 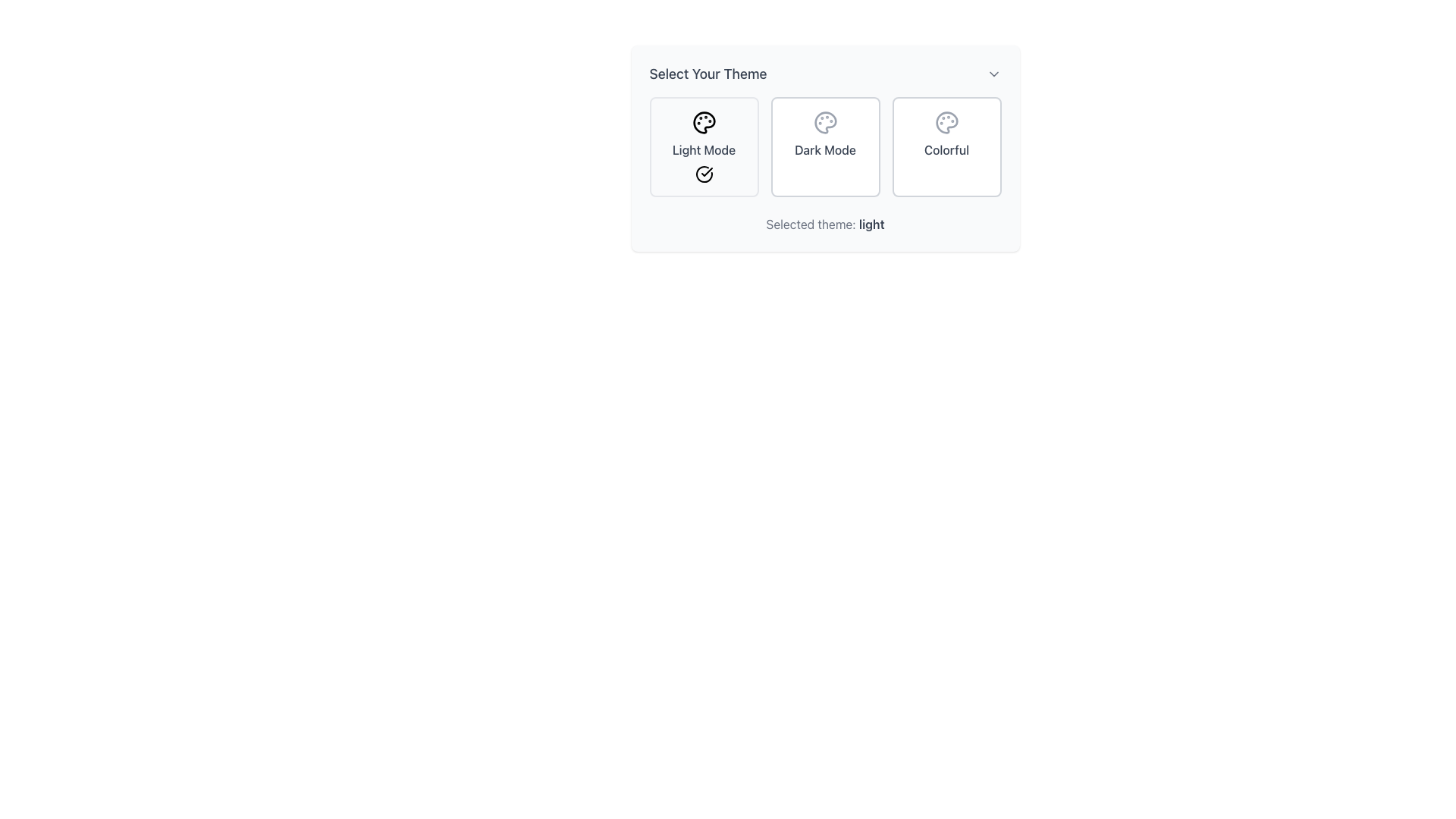 I want to click on the painter's palette icon located in the leftmost position of the 'Select Your Theme' section, so click(x=702, y=122).